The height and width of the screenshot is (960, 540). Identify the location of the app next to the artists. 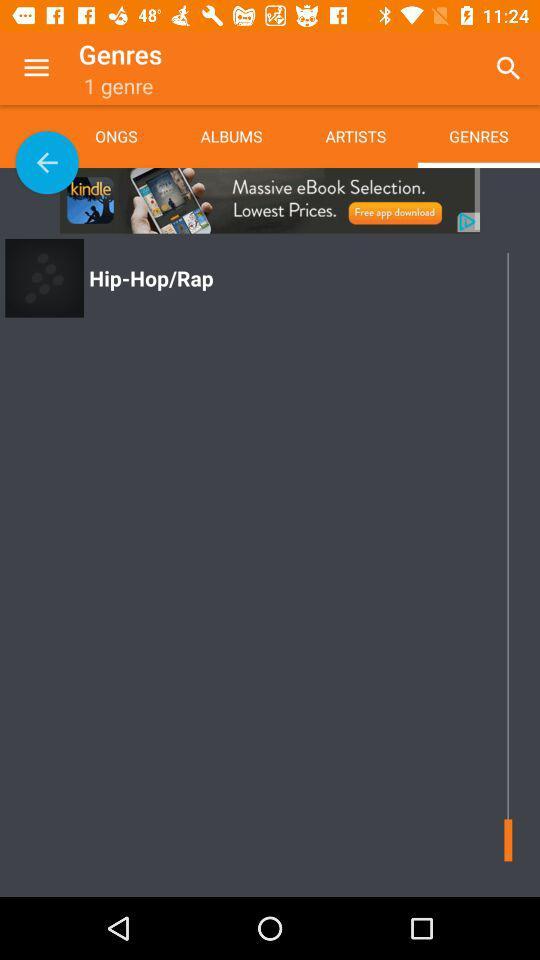
(230, 135).